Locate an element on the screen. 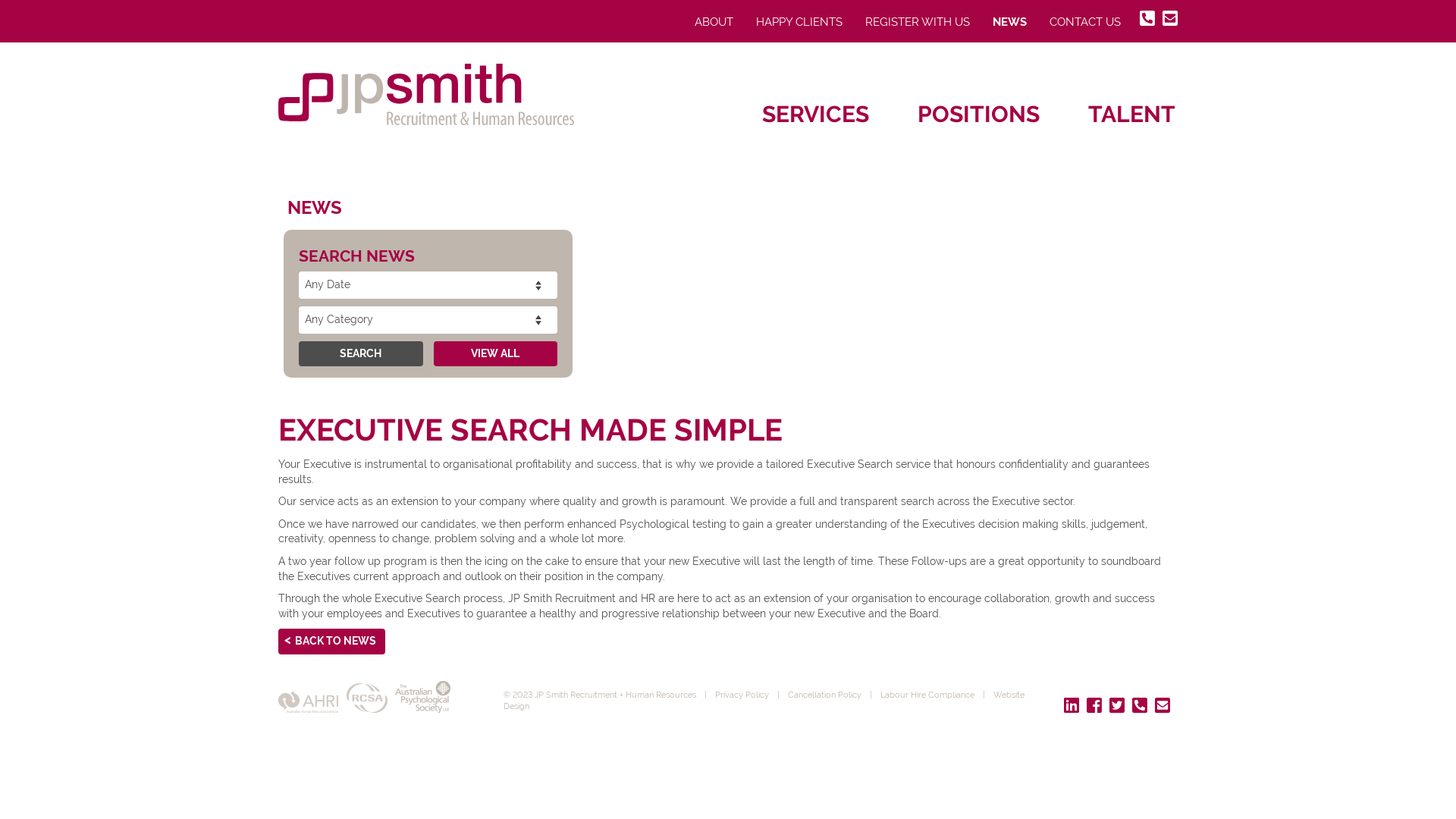 The image size is (1456, 819). 'REGISTER WITH US' is located at coordinates (916, 22).